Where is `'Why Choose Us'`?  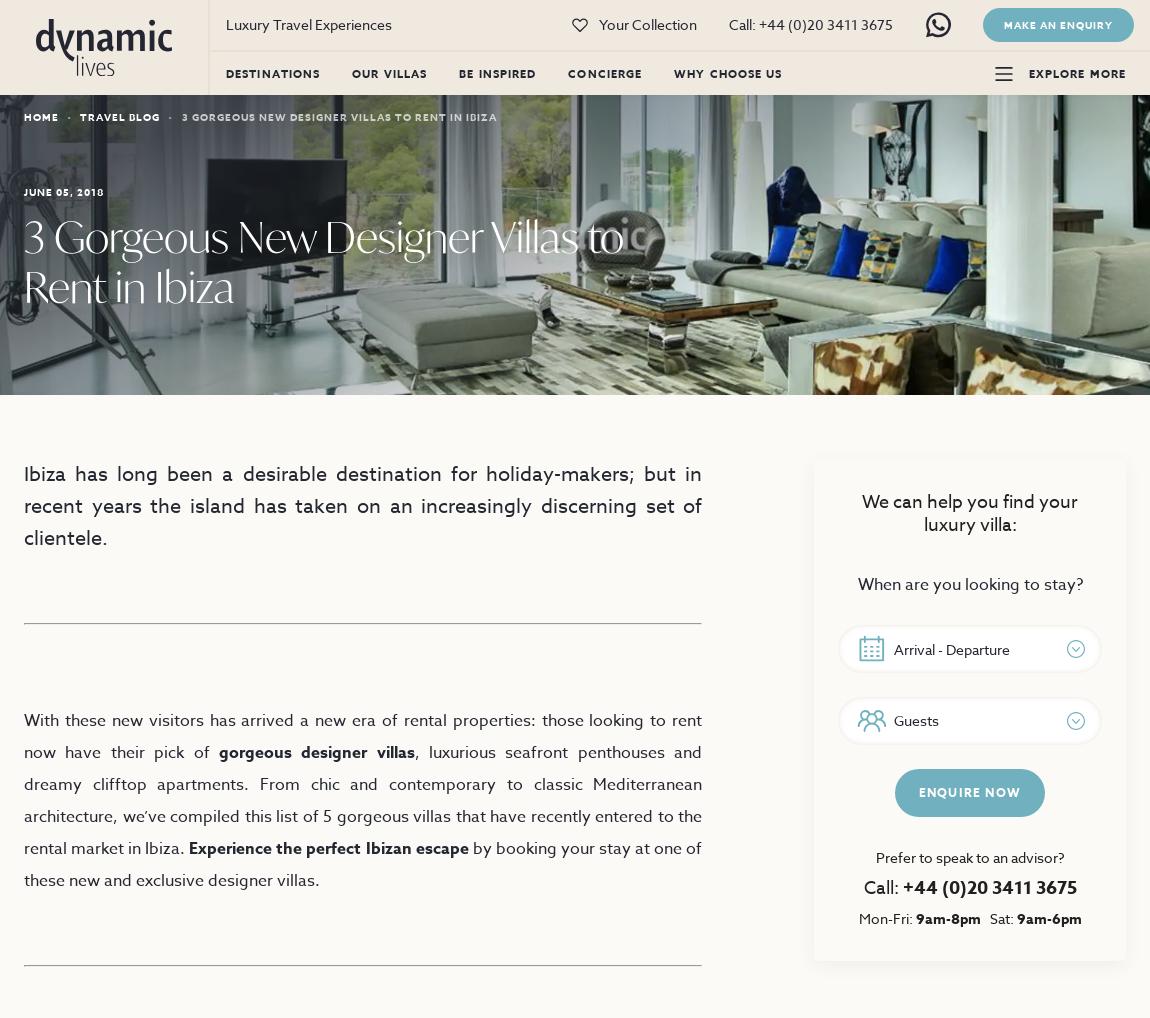
'Why Choose Us' is located at coordinates (726, 73).